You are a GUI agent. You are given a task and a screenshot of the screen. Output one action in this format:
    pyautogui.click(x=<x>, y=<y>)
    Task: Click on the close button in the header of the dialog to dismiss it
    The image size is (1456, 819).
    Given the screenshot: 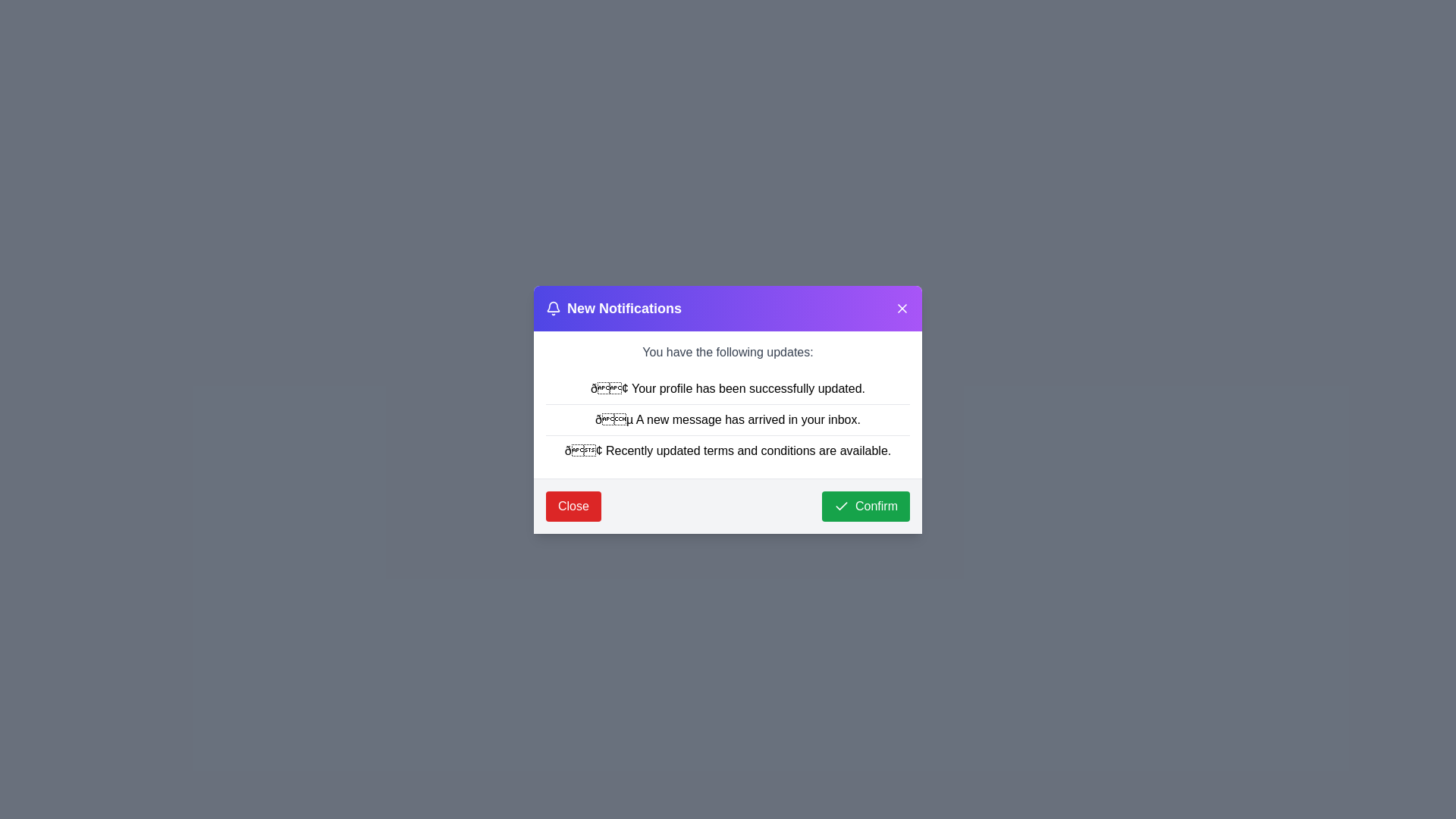 What is the action you would take?
    pyautogui.click(x=902, y=307)
    